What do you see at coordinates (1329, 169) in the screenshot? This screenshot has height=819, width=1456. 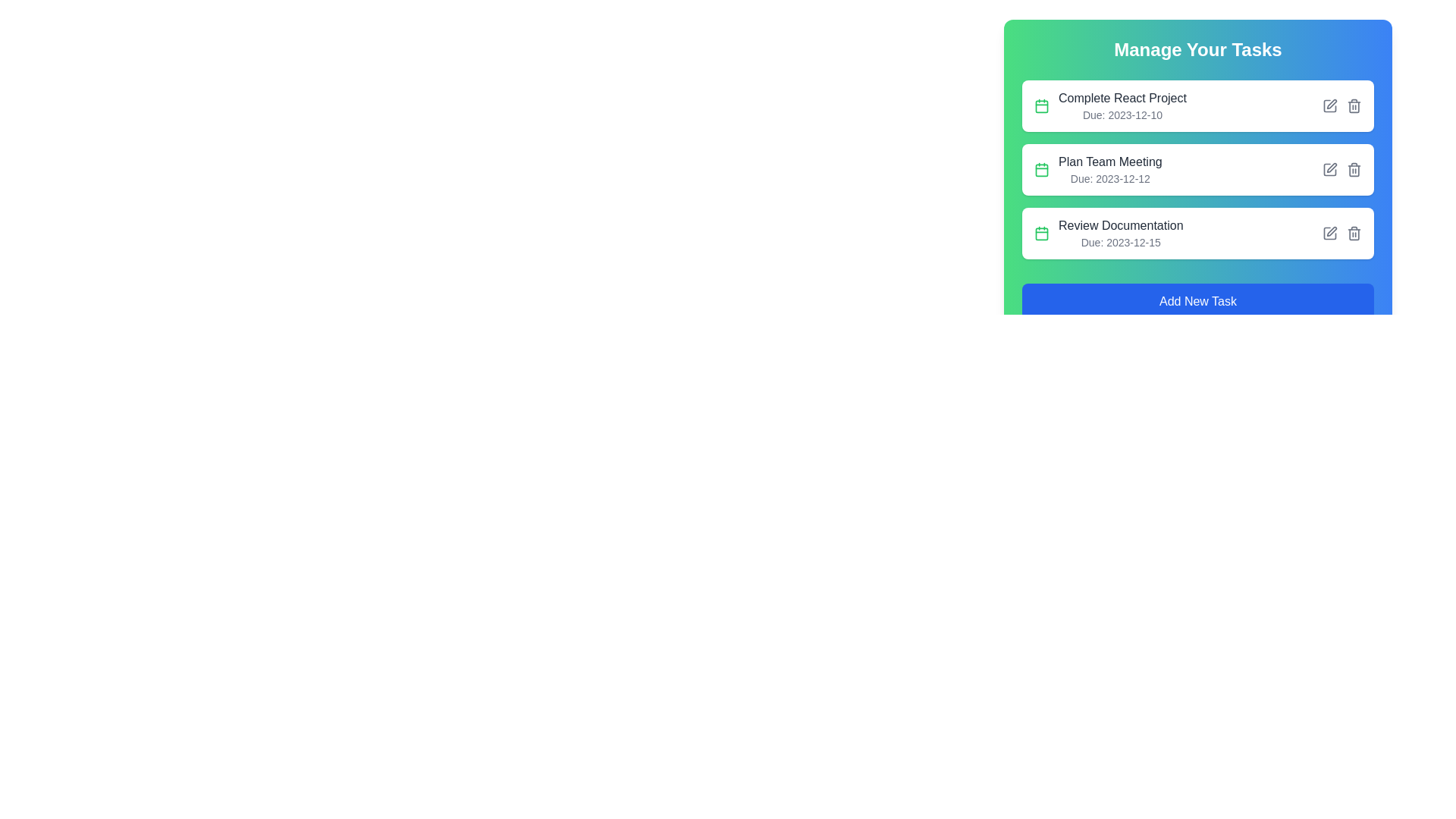 I see `the square-shaped icon button with a geometric outline located in the task management interface, specifically in the second task row labeled 'Plan Team Meeting'` at bounding box center [1329, 169].